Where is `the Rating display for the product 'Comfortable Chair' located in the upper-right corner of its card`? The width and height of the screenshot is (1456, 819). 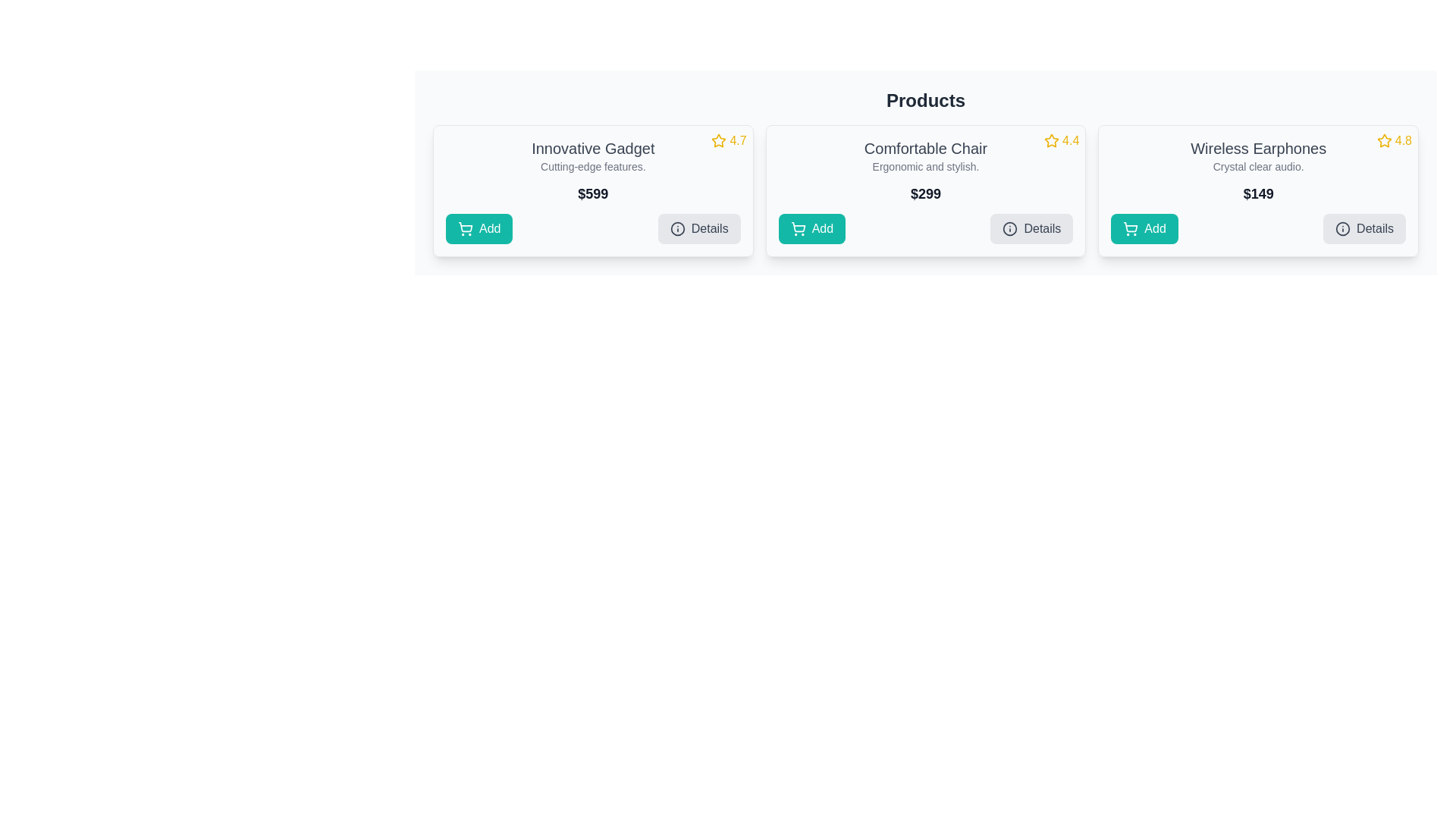 the Rating display for the product 'Comfortable Chair' located in the upper-right corner of its card is located at coordinates (1061, 140).